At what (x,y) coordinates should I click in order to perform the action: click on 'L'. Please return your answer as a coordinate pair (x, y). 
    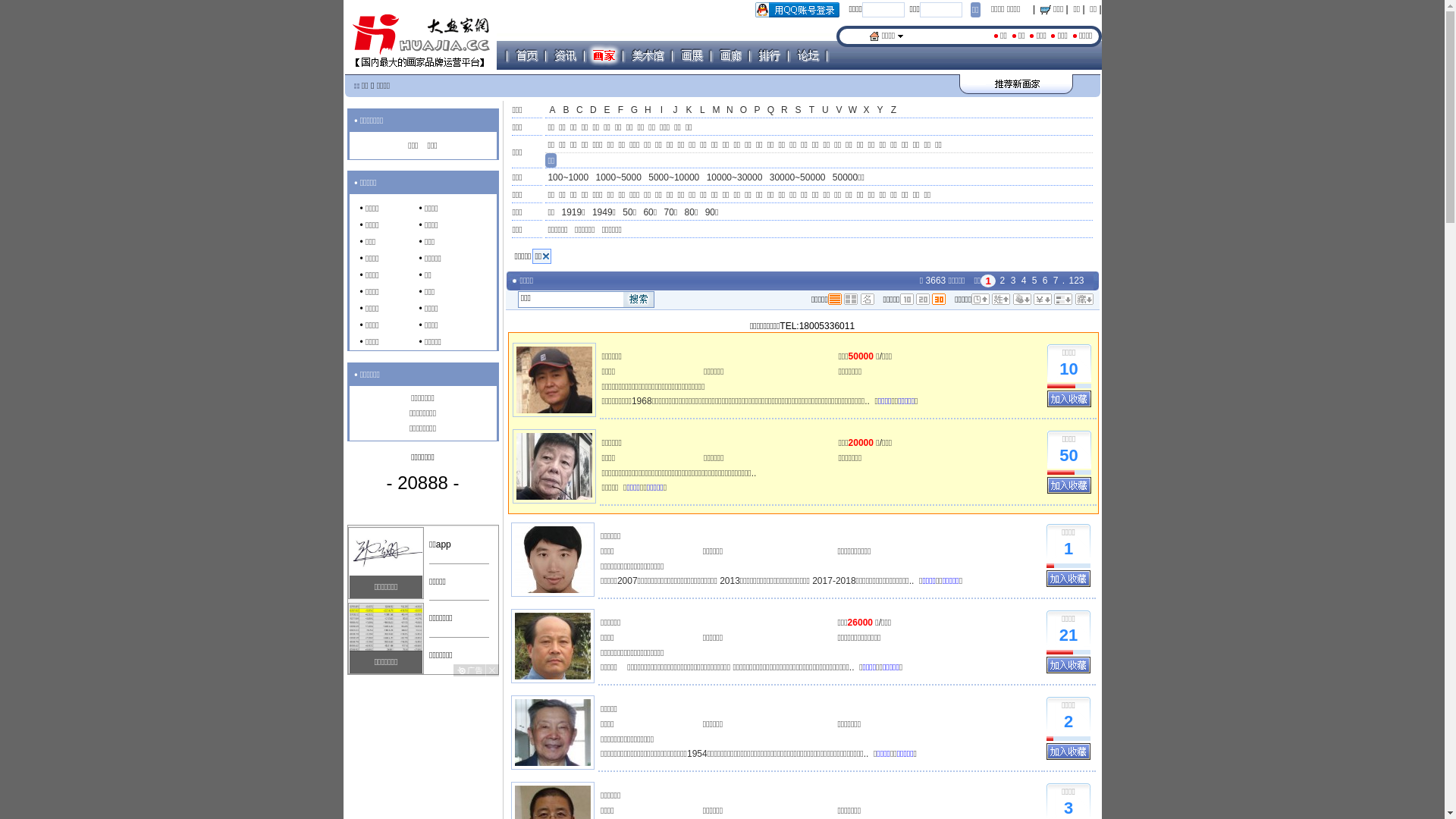
    Looking at the image, I should click on (701, 110).